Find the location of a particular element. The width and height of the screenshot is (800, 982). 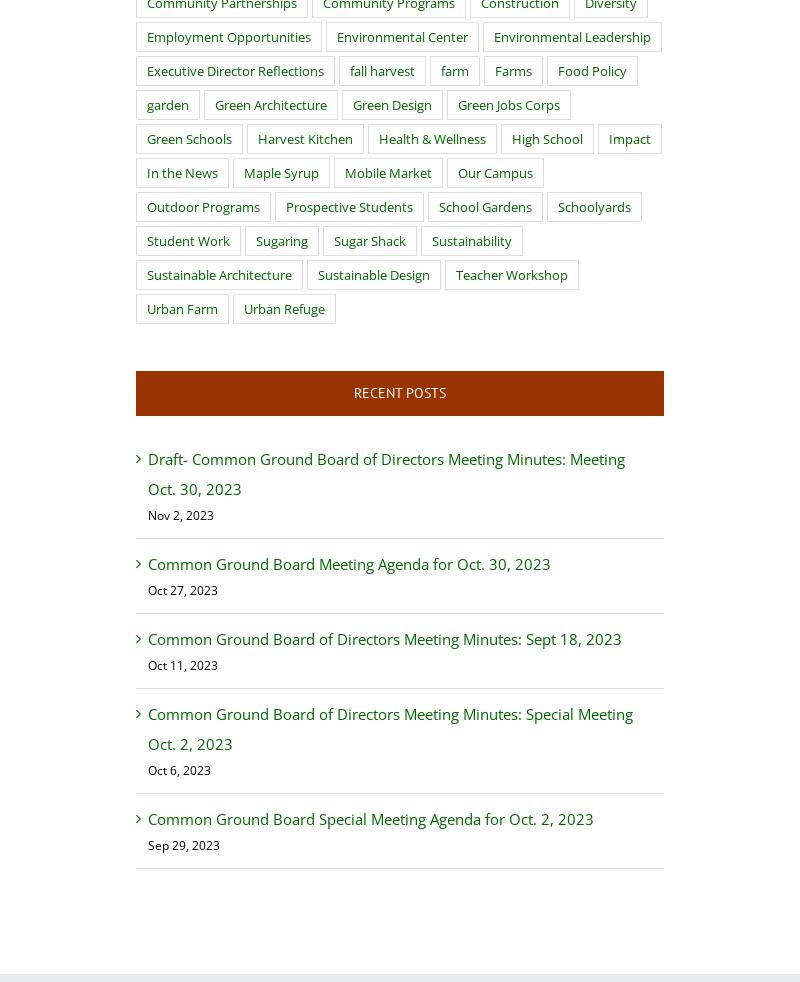

'Common Ground Board of Directors Meeting Minutes: Sept 18, 2023' is located at coordinates (383, 637).